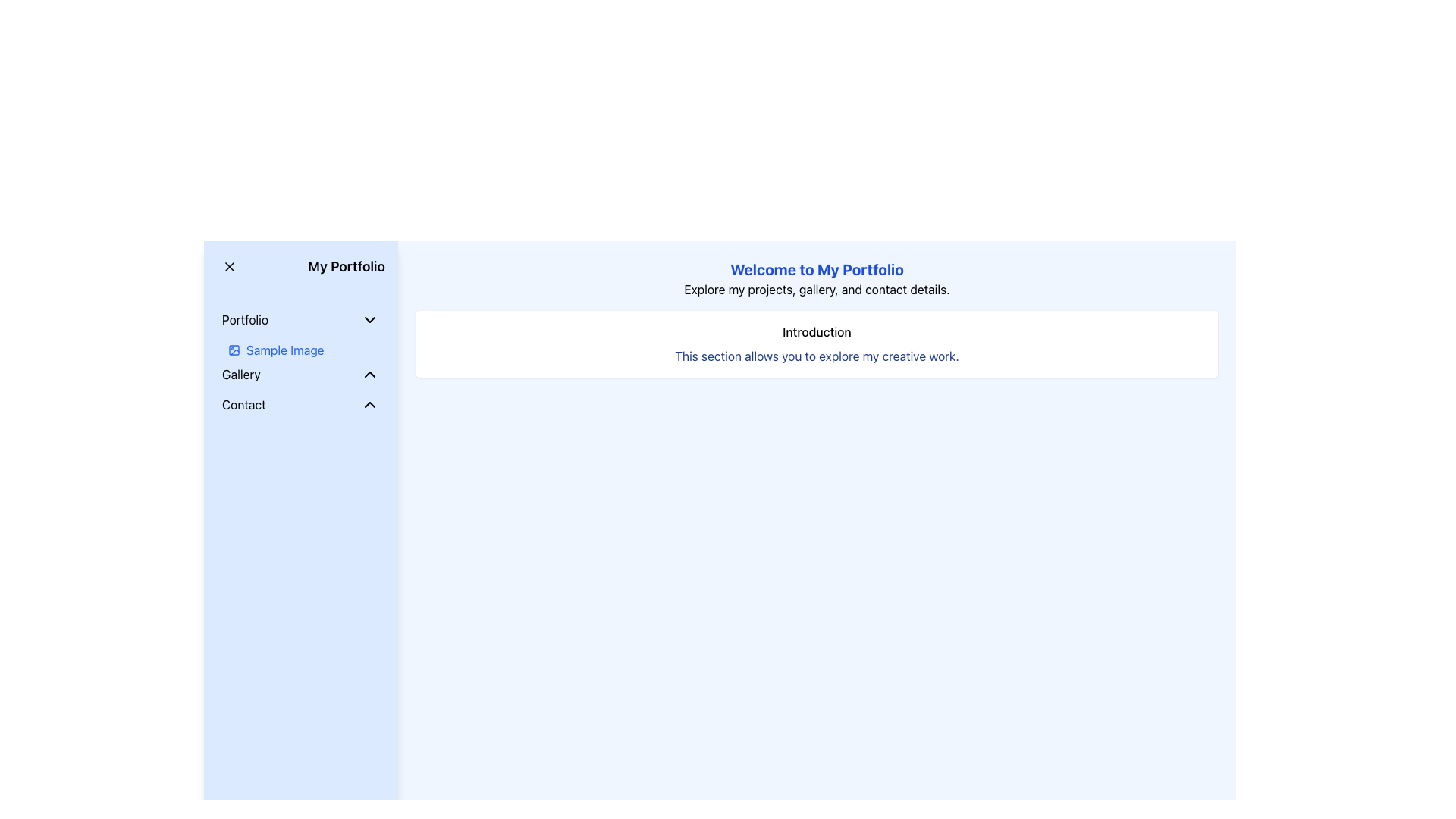 The height and width of the screenshot is (819, 1456). Describe the element at coordinates (245, 318) in the screenshot. I see `the Text label within the sidebar that serves as a navigation button, located below the 'My Portfolio' heading and next to a chevron icon` at that location.